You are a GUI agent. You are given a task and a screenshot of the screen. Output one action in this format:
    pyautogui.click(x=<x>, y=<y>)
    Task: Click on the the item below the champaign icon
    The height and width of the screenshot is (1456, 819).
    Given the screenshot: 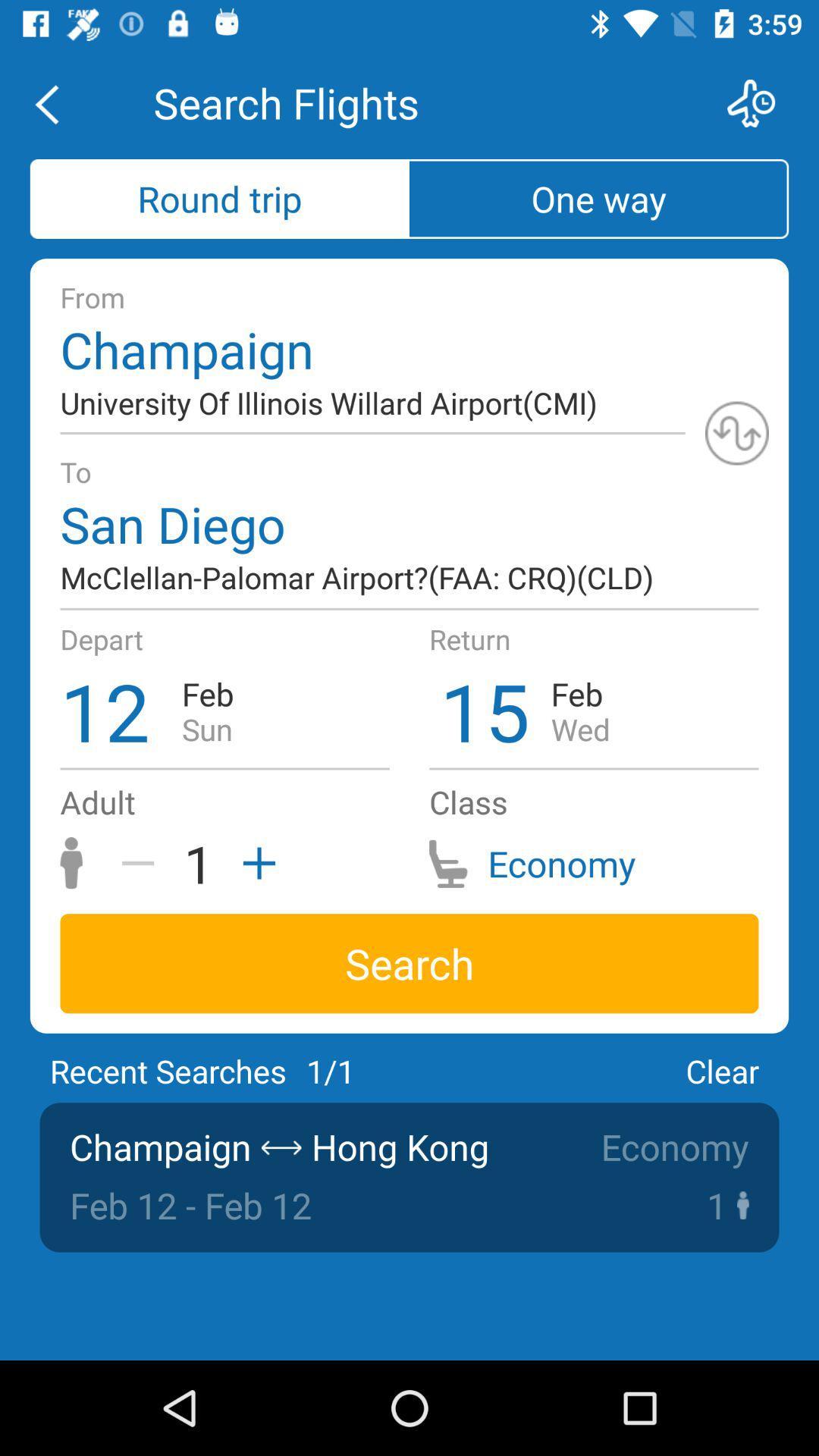 What is the action you would take?
    pyautogui.click(x=736, y=432)
    